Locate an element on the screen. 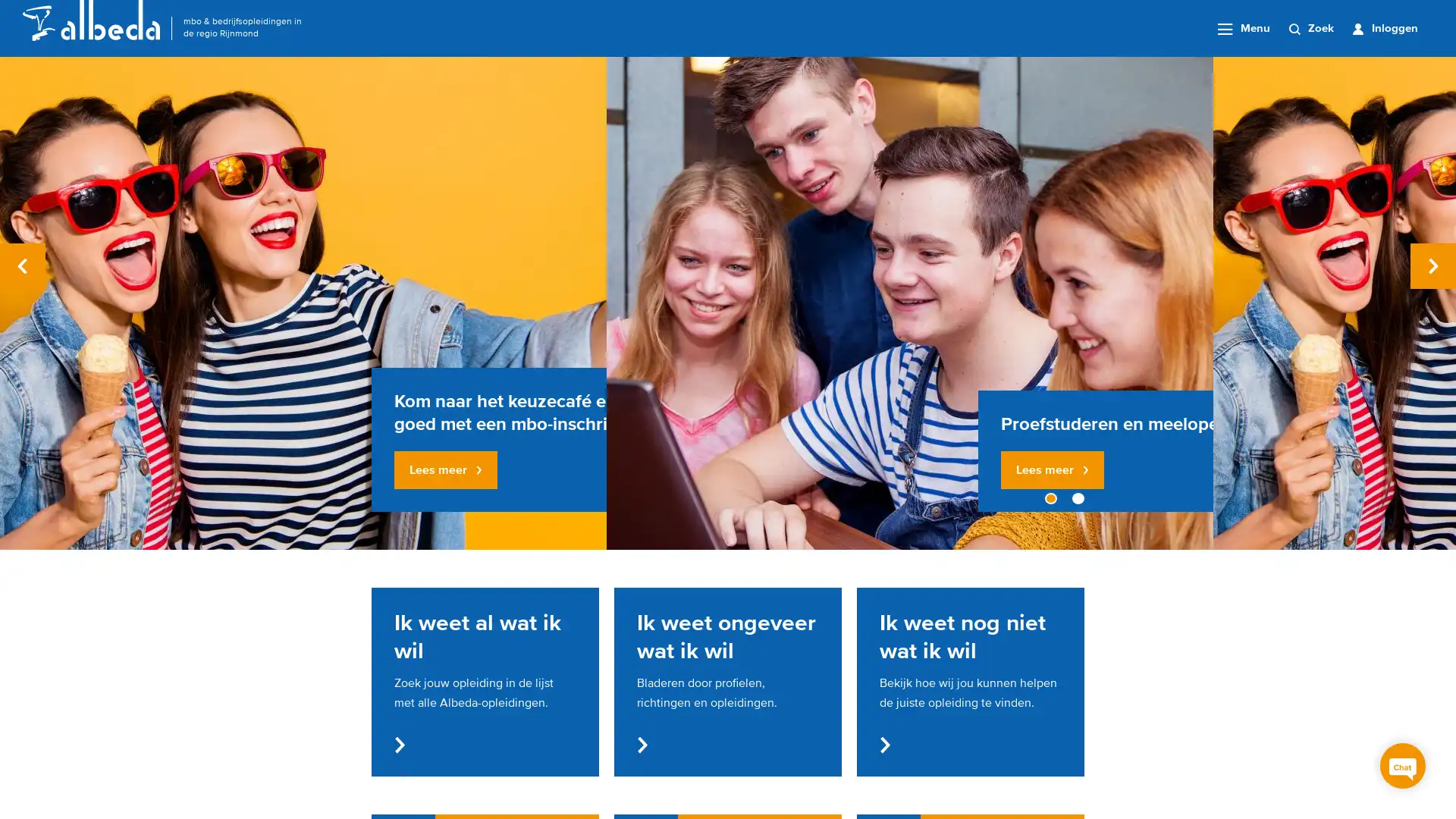 This screenshot has width=1456, height=819. 2 is located at coordinates (1077, 498).